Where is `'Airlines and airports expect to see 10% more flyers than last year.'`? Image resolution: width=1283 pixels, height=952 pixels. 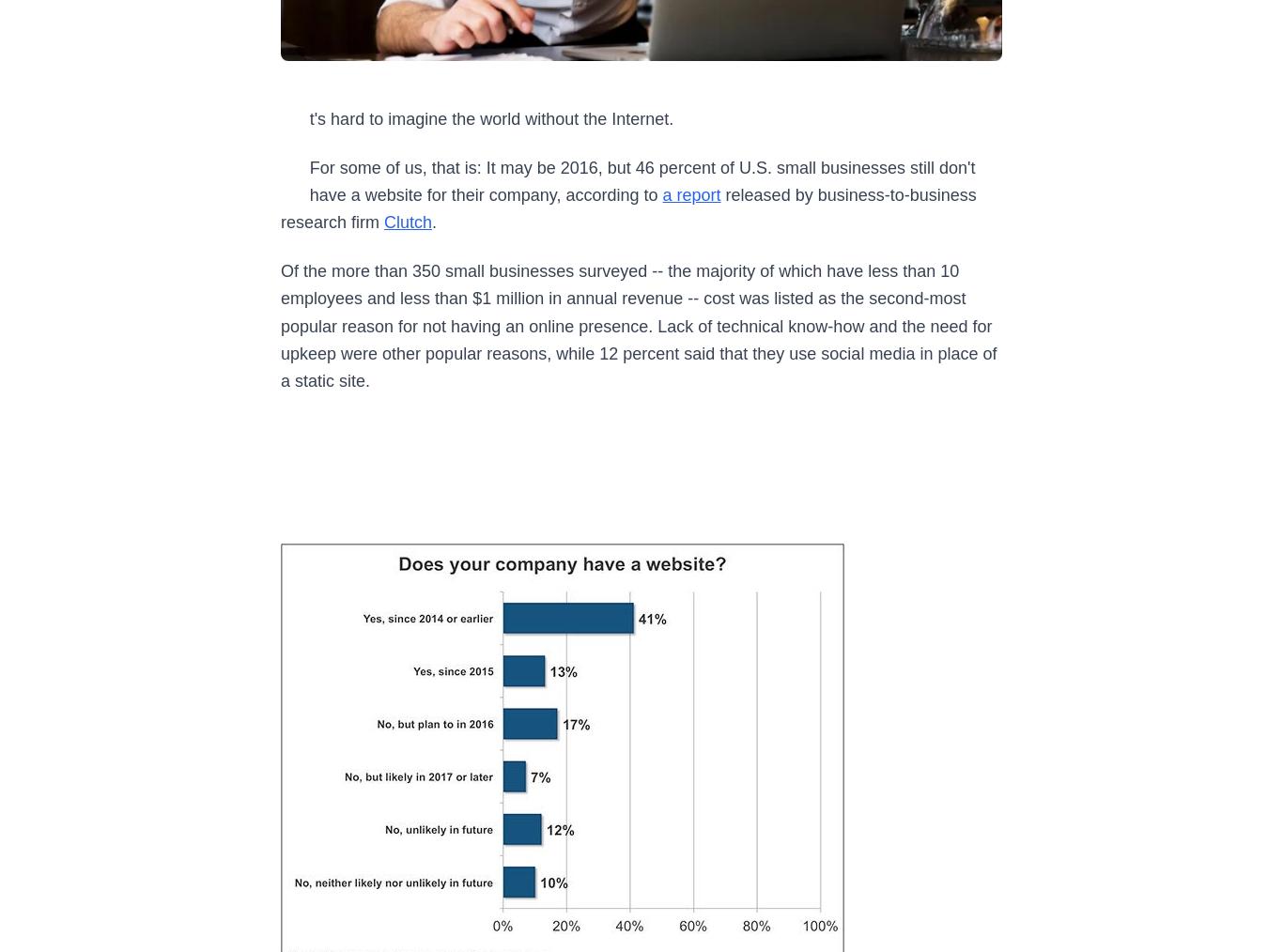
'Airlines and airports expect to see 10% more flyers than last year.' is located at coordinates (492, 170).